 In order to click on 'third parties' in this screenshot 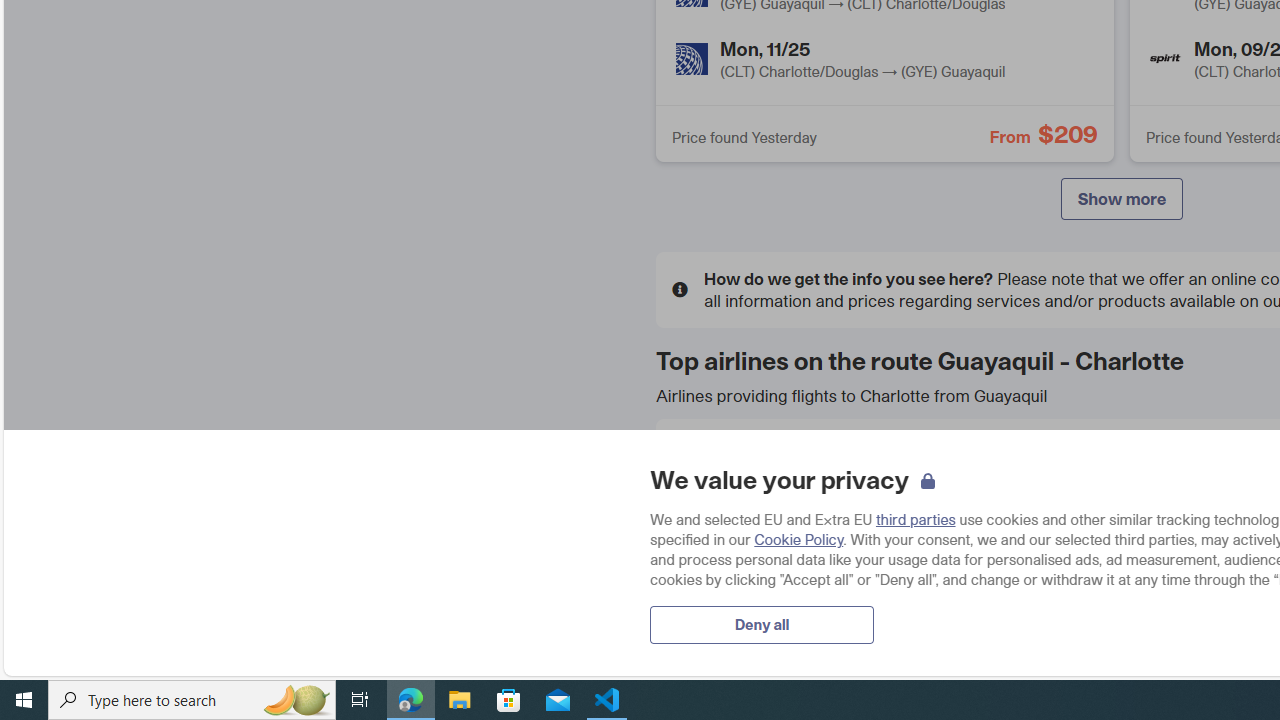, I will do `click(914, 518)`.